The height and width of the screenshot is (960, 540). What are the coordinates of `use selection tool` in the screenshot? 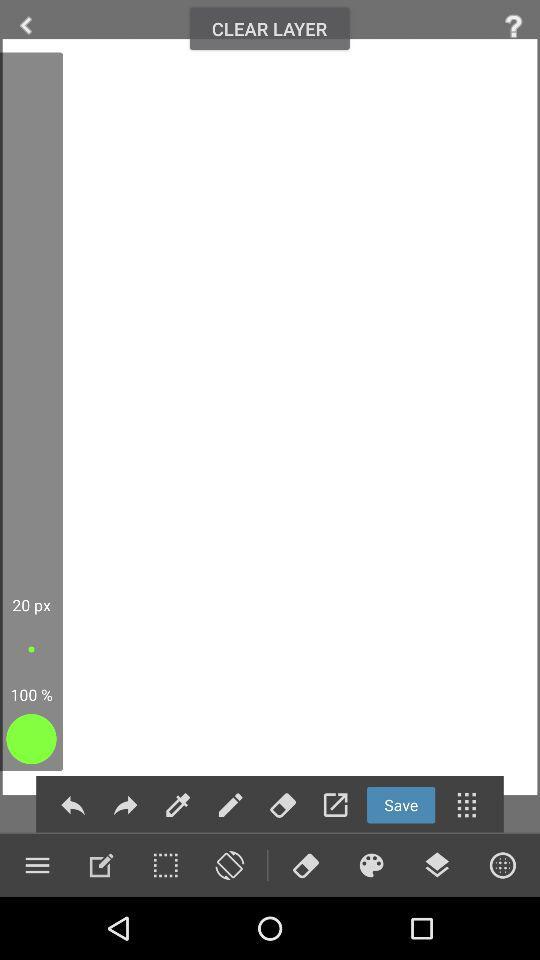 It's located at (164, 864).